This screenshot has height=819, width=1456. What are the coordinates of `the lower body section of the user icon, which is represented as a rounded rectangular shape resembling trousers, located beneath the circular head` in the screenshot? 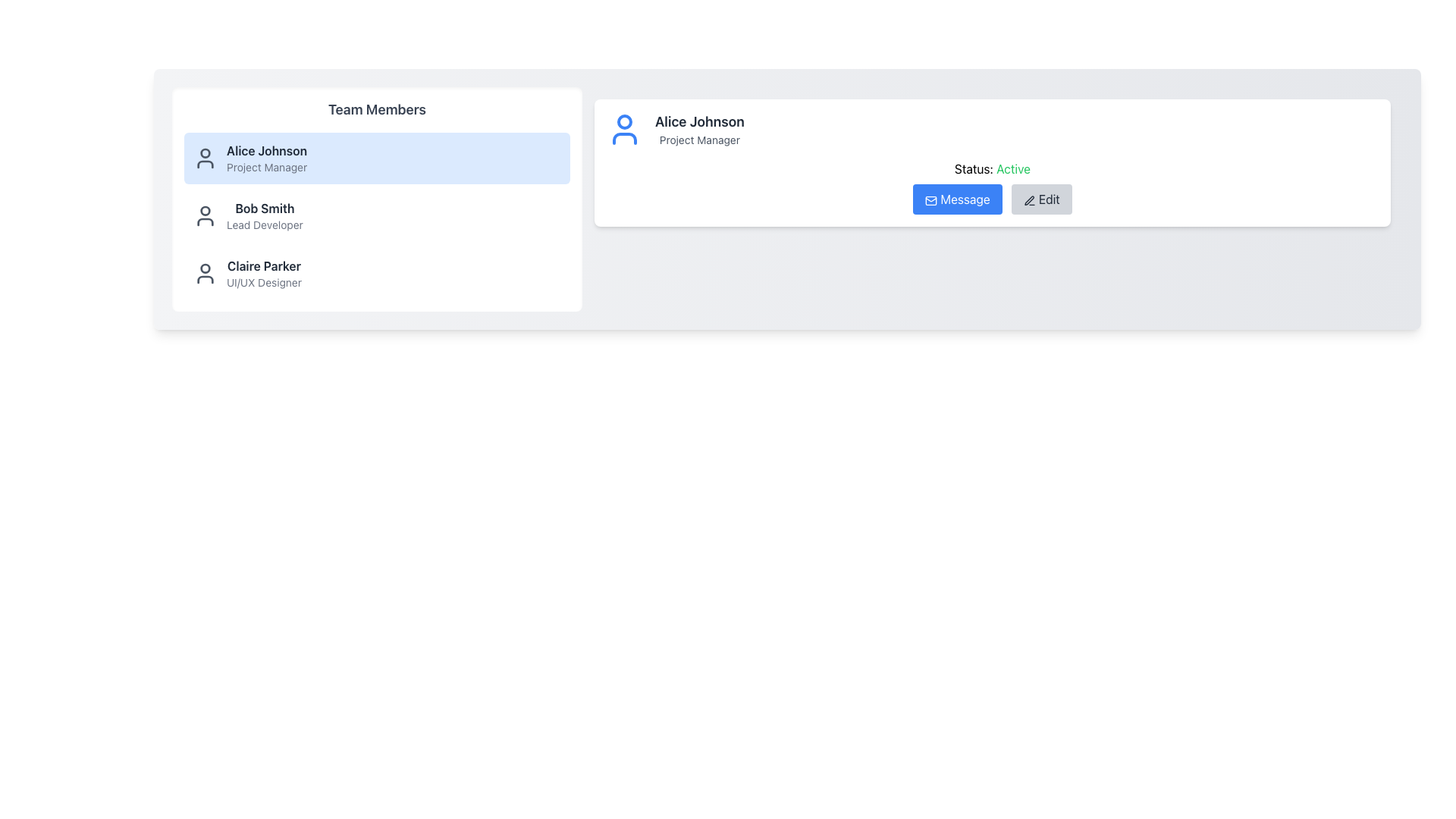 It's located at (204, 222).